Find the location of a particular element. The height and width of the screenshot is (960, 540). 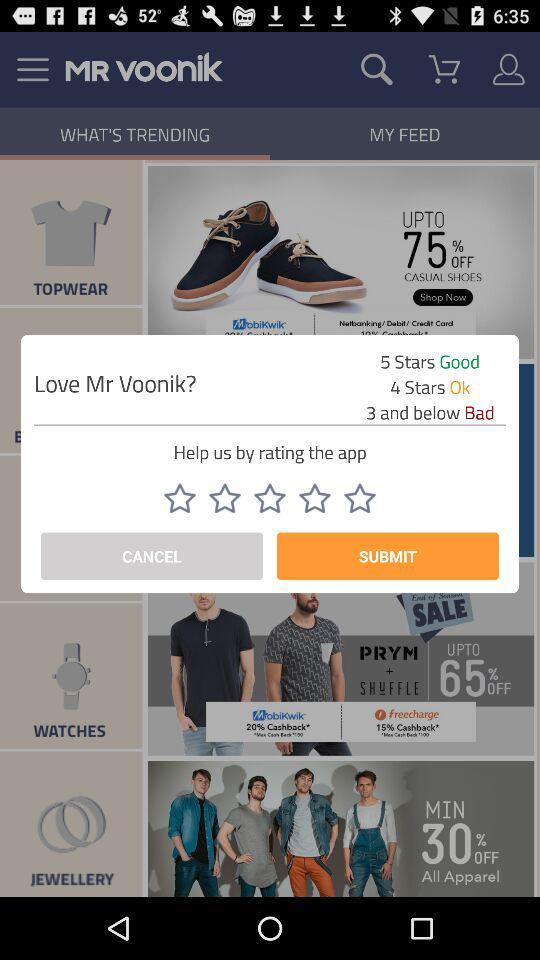

item above cancel is located at coordinates (224, 497).